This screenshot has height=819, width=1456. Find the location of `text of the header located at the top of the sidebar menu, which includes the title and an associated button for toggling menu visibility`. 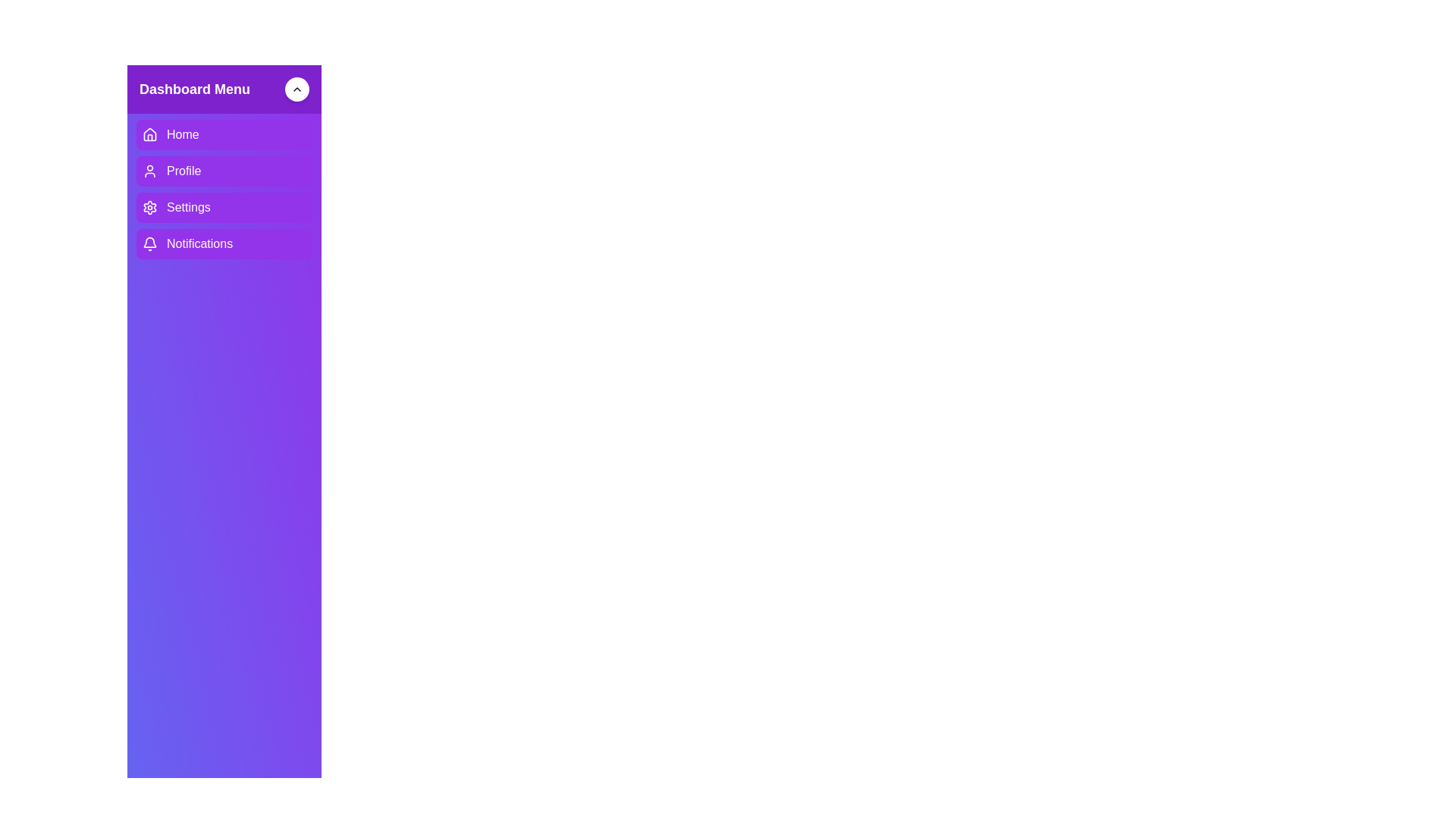

text of the header located at the top of the sidebar menu, which includes the title and an associated button for toggling menu visibility is located at coordinates (224, 89).